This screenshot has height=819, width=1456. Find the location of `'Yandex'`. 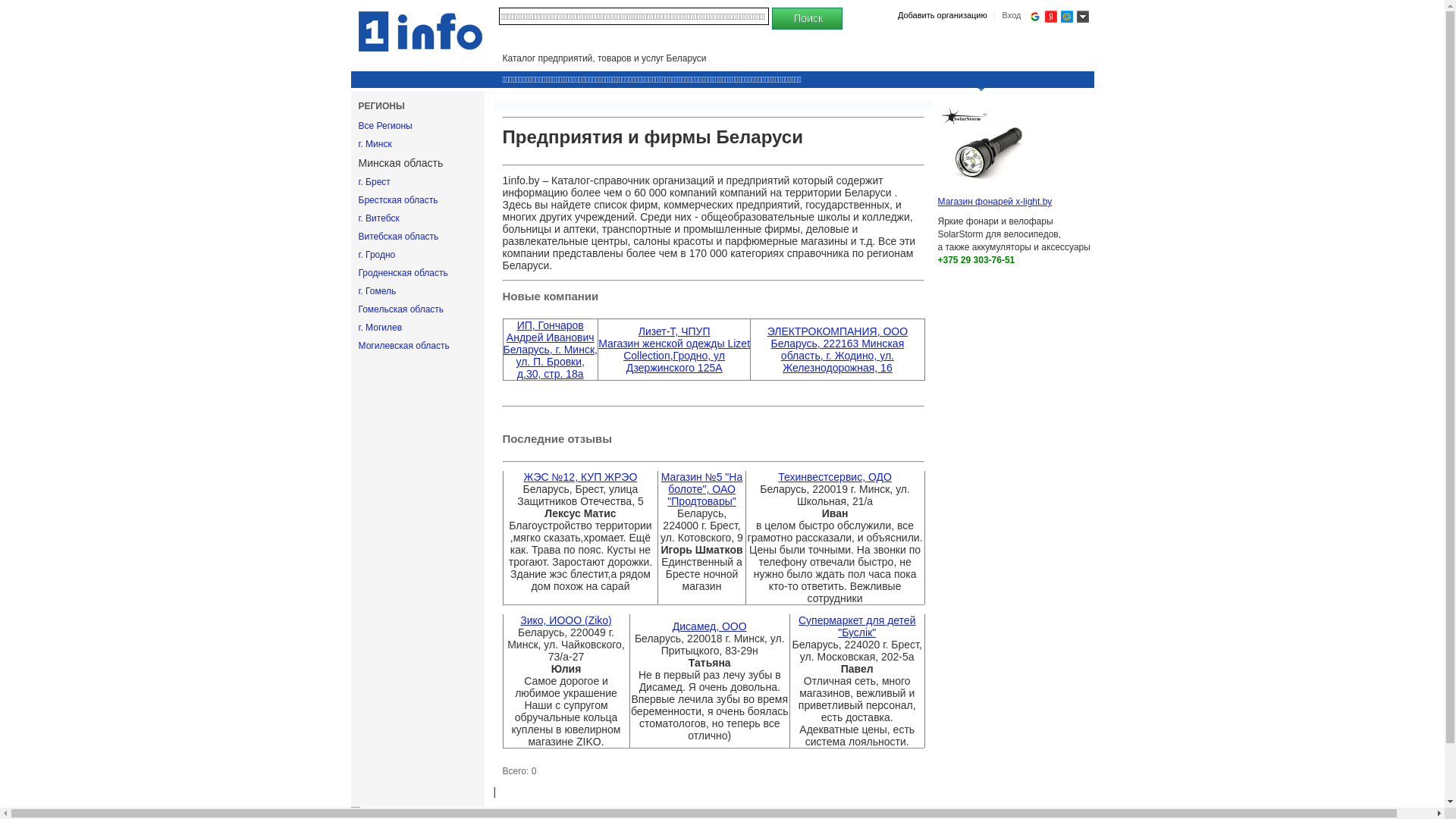

'Yandex' is located at coordinates (1043, 17).